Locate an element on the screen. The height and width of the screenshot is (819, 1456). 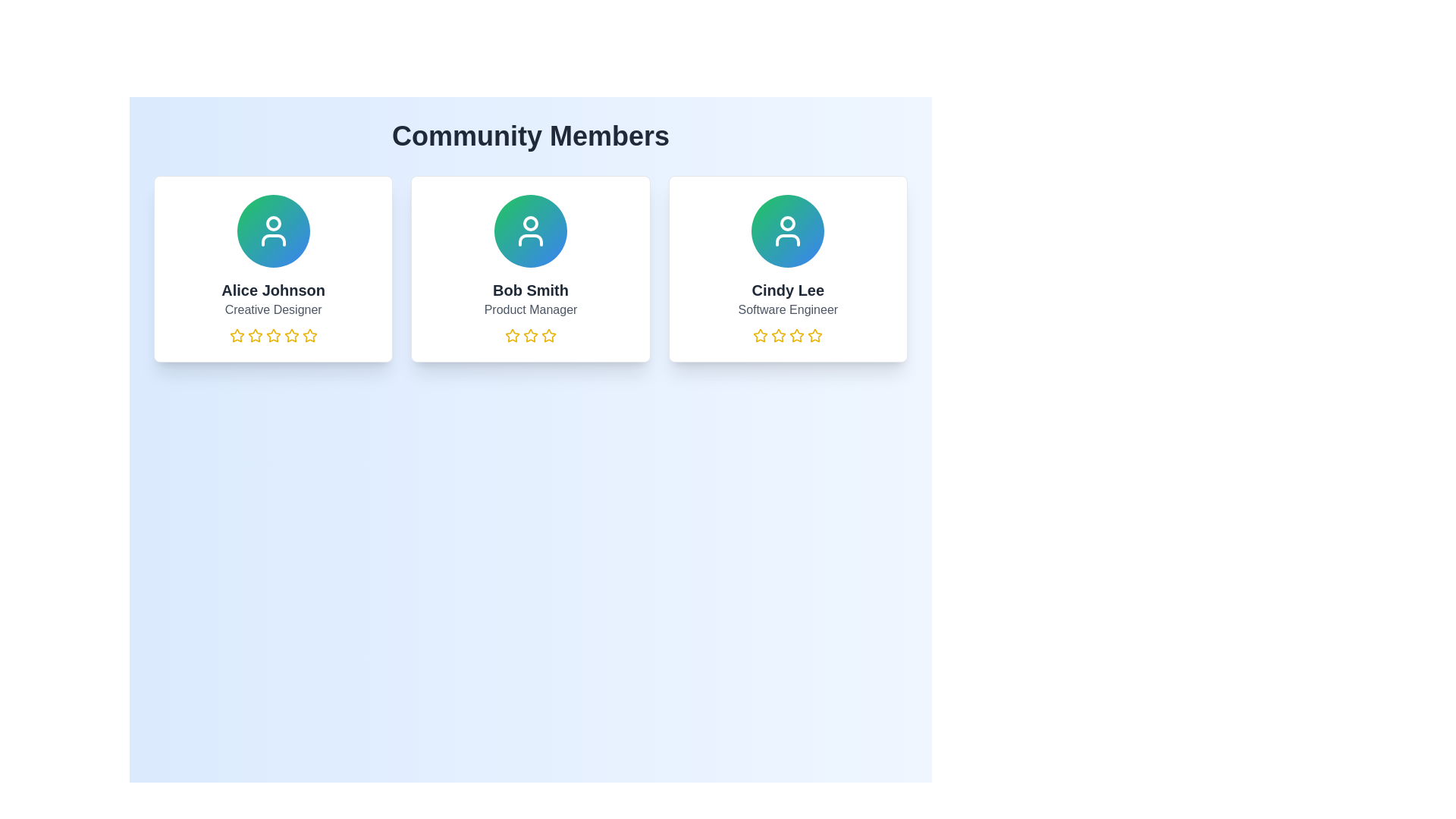
the user profile icon representing 'Bob Smith' in the 'Community Members' section is located at coordinates (531, 231).